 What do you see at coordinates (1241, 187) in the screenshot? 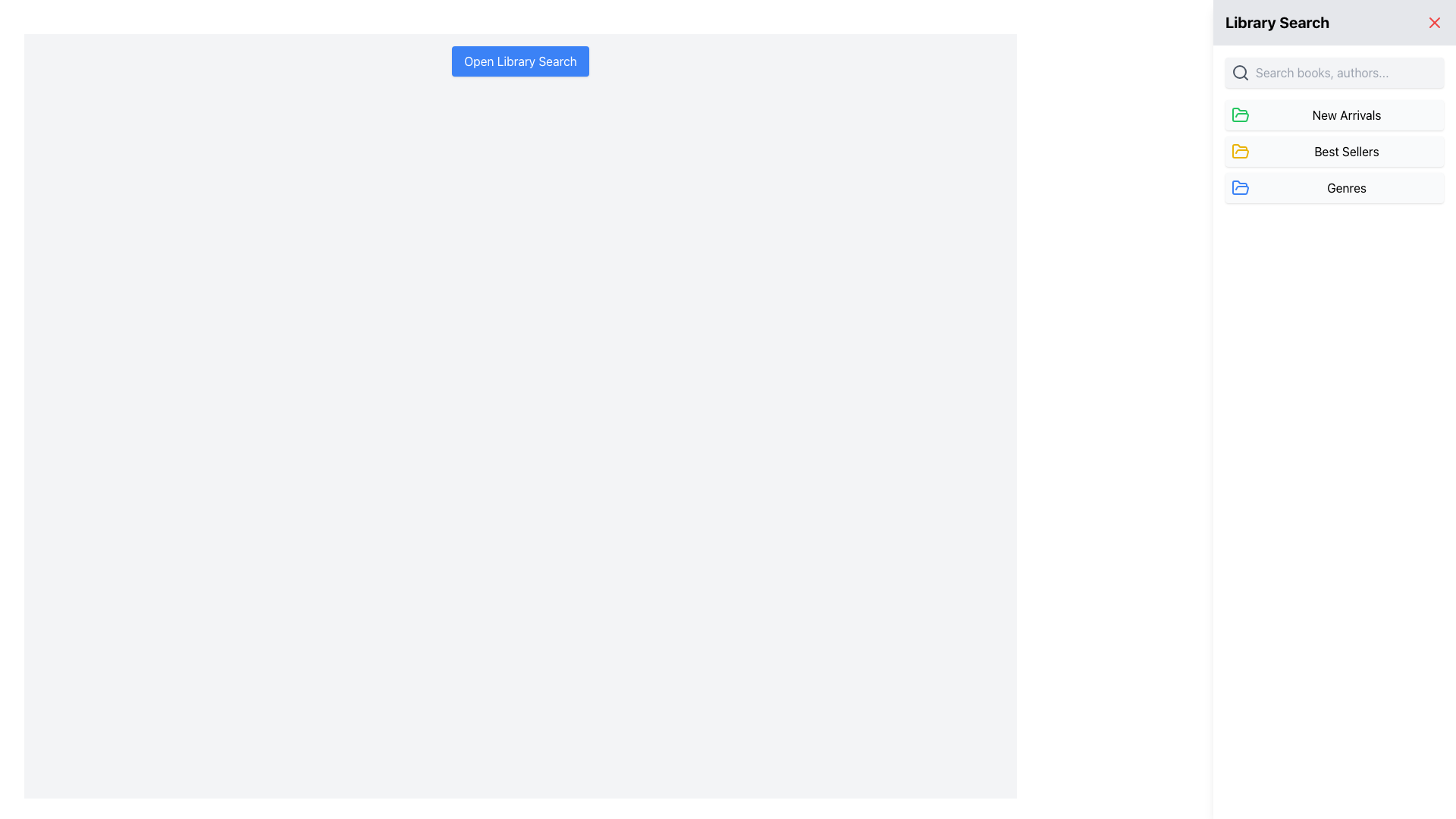
I see `the blue folder icon with a rounded top edge located in the 'Library Search' sidebar, positioned to the left of the 'New Arrivals' button` at bounding box center [1241, 187].